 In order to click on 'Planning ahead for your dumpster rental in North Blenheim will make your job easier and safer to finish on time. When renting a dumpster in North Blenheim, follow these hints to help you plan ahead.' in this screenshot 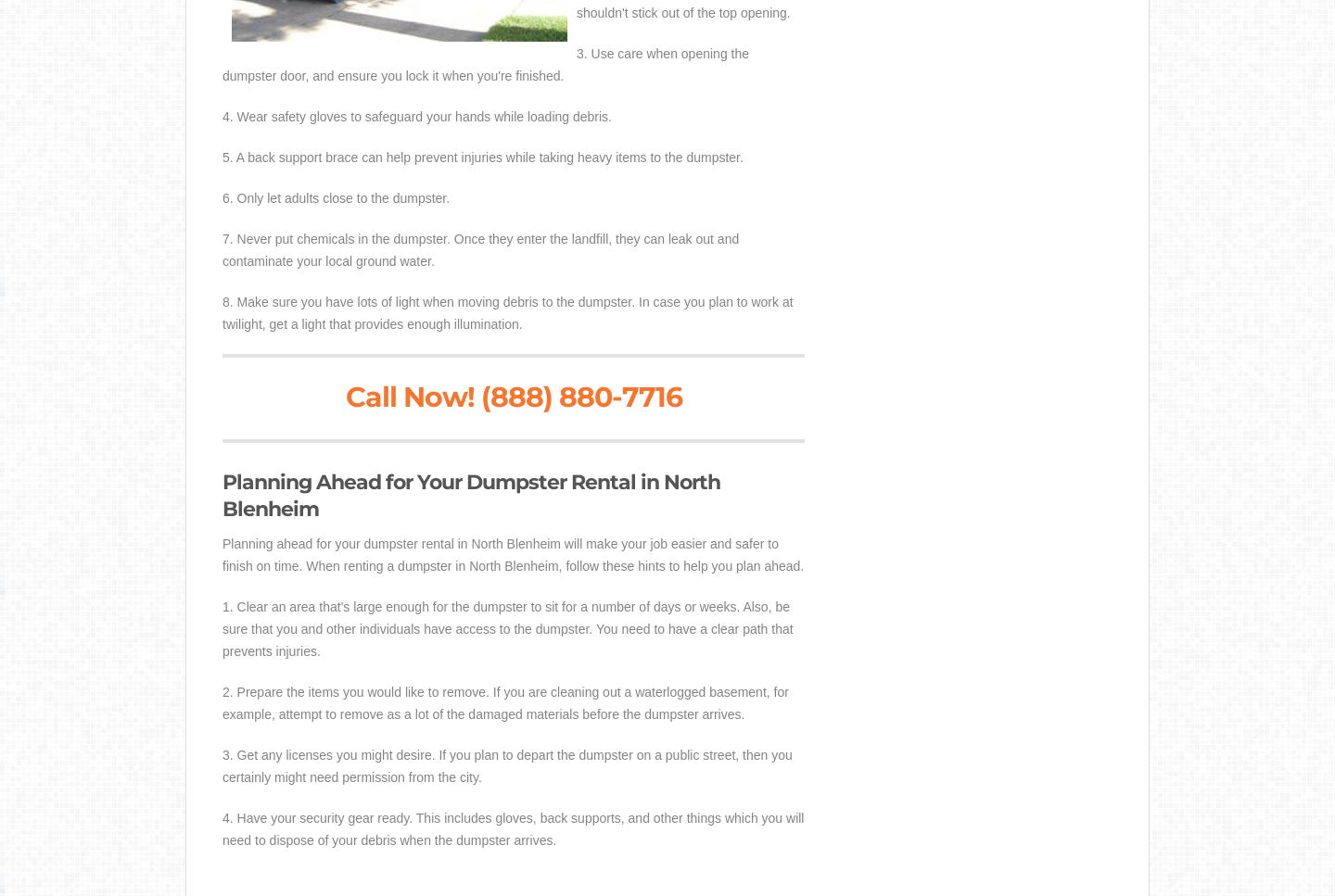, I will do `click(513, 554)`.